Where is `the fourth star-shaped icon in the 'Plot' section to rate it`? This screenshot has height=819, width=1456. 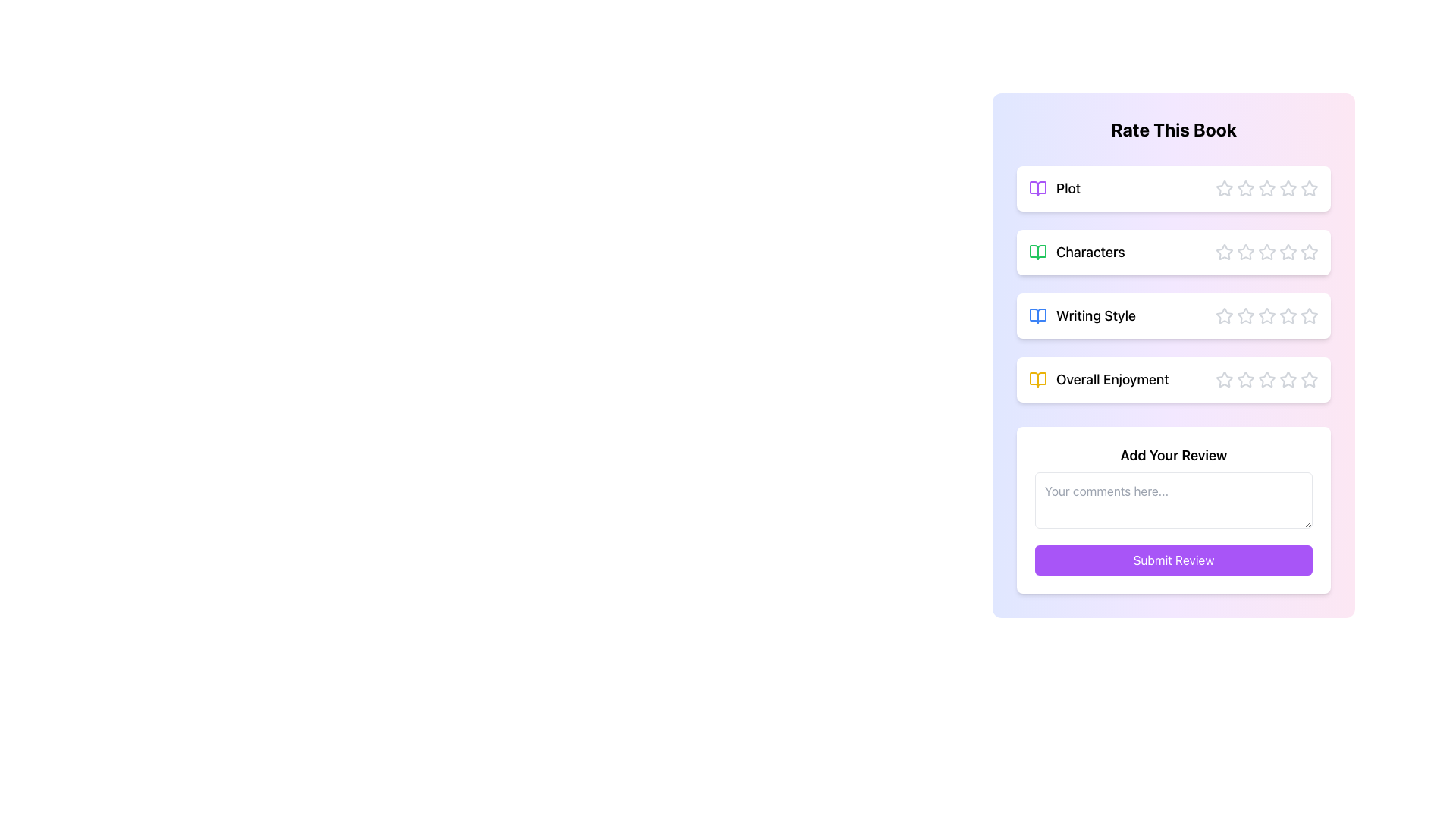 the fourth star-shaped icon in the 'Plot' section to rate it is located at coordinates (1287, 187).